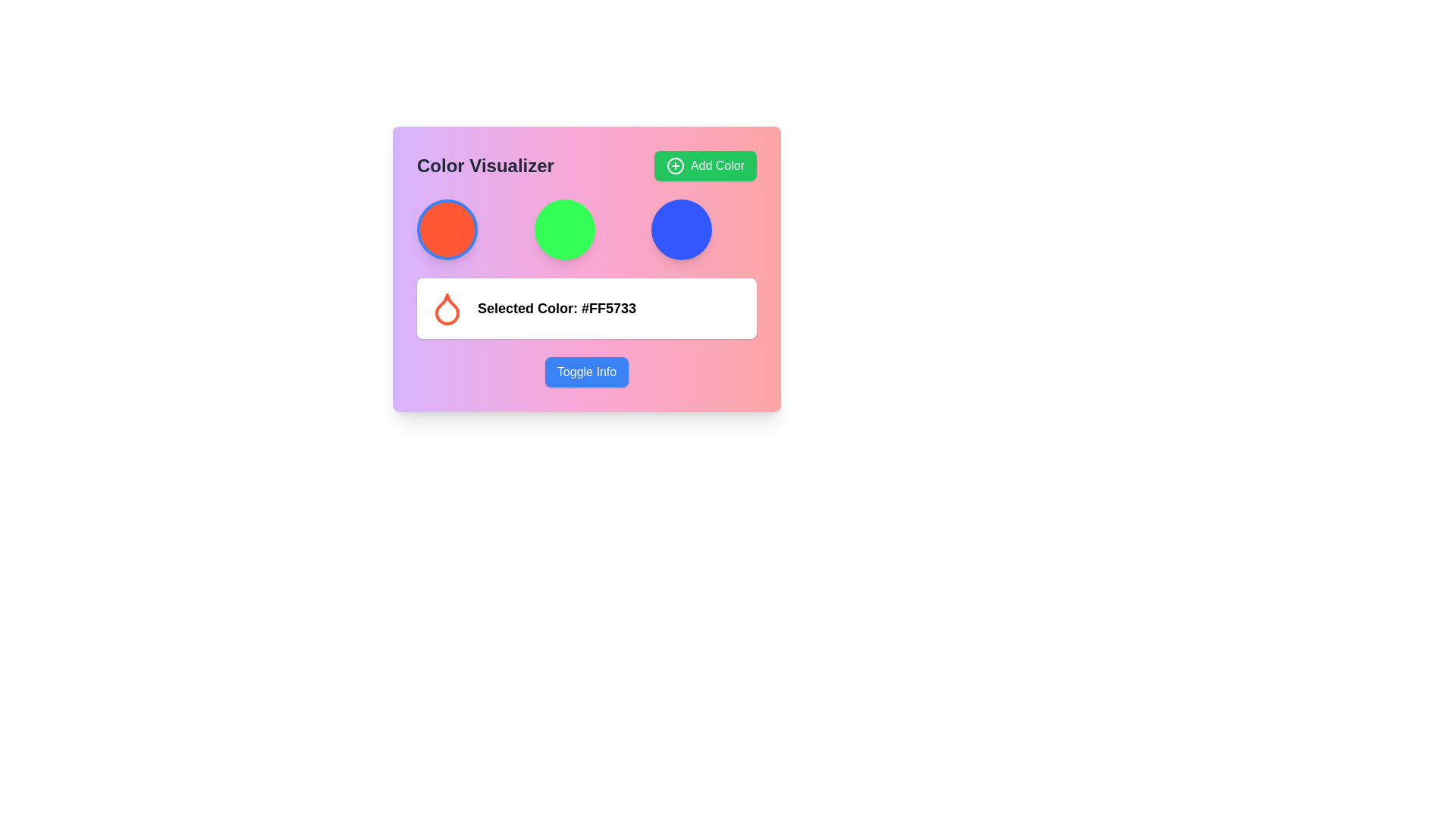 The height and width of the screenshot is (819, 1456). Describe the element at coordinates (585, 372) in the screenshot. I see `the blue button with rounded corners labeled 'Toggle Info'` at that location.